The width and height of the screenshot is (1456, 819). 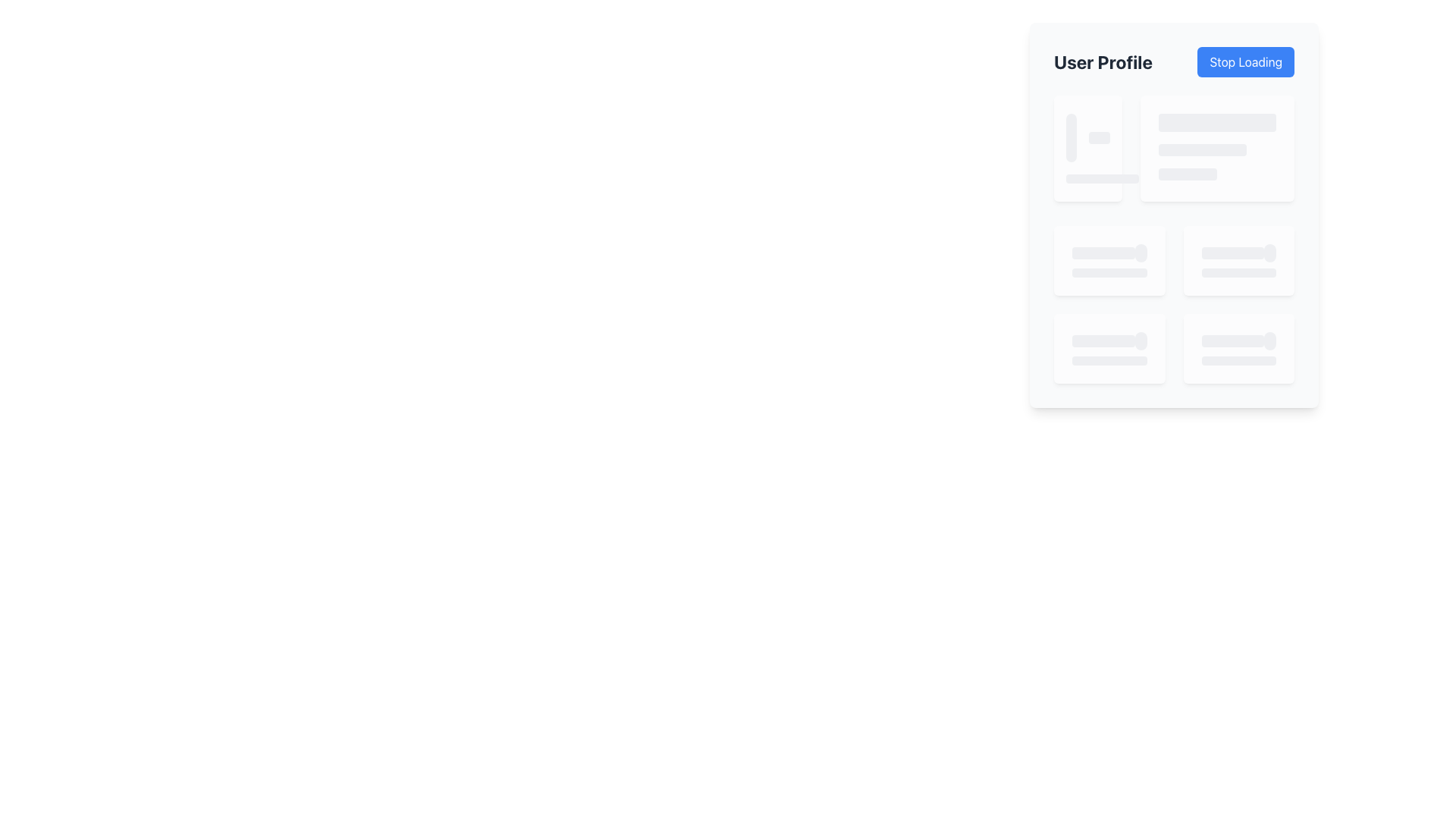 I want to click on the static placeholder bar with rounded corners and light gray background, positioned in the middle of a vertically stacked group of bars, so click(x=1201, y=149).